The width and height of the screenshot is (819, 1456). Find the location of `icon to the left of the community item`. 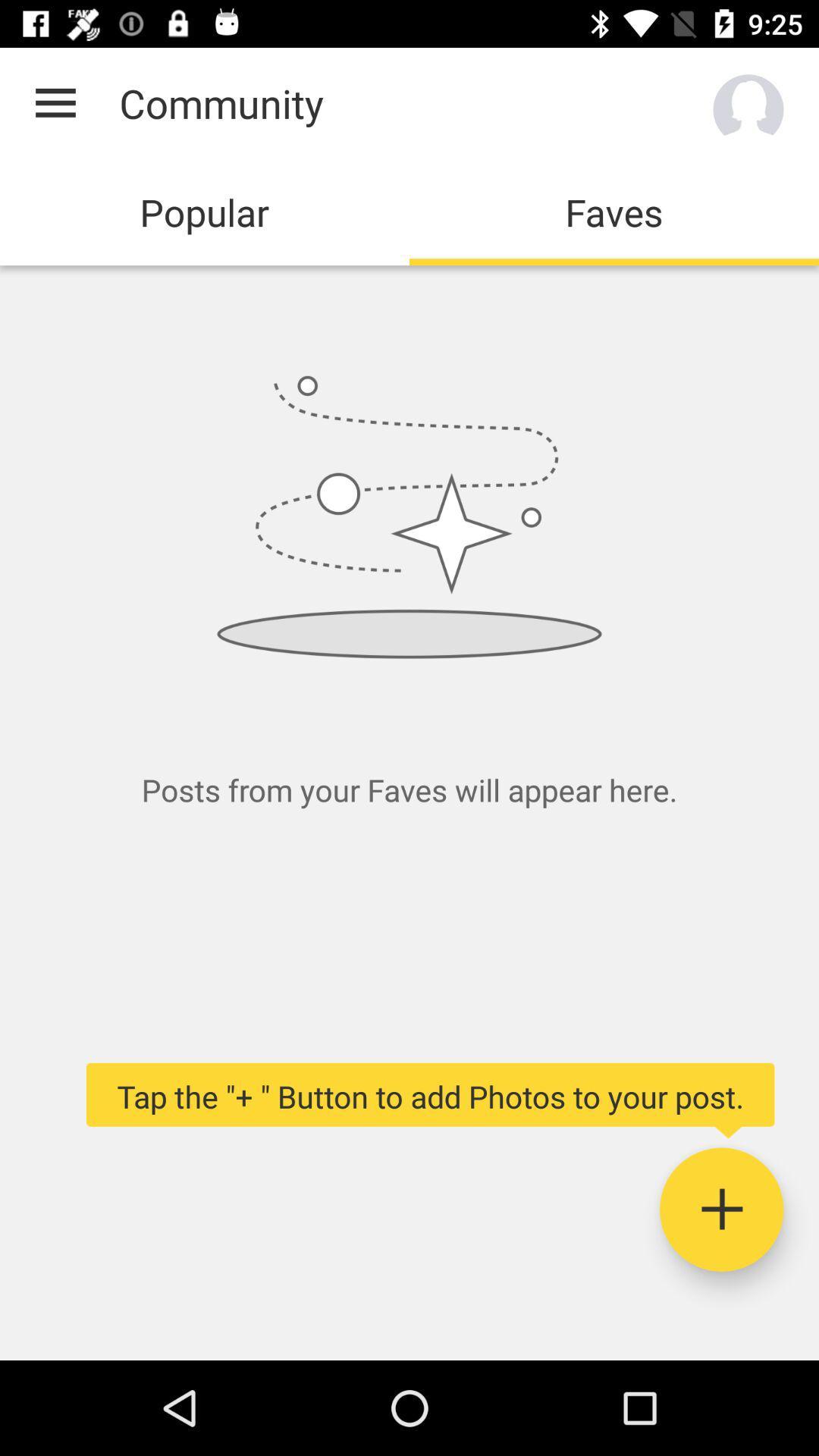

icon to the left of the community item is located at coordinates (55, 102).